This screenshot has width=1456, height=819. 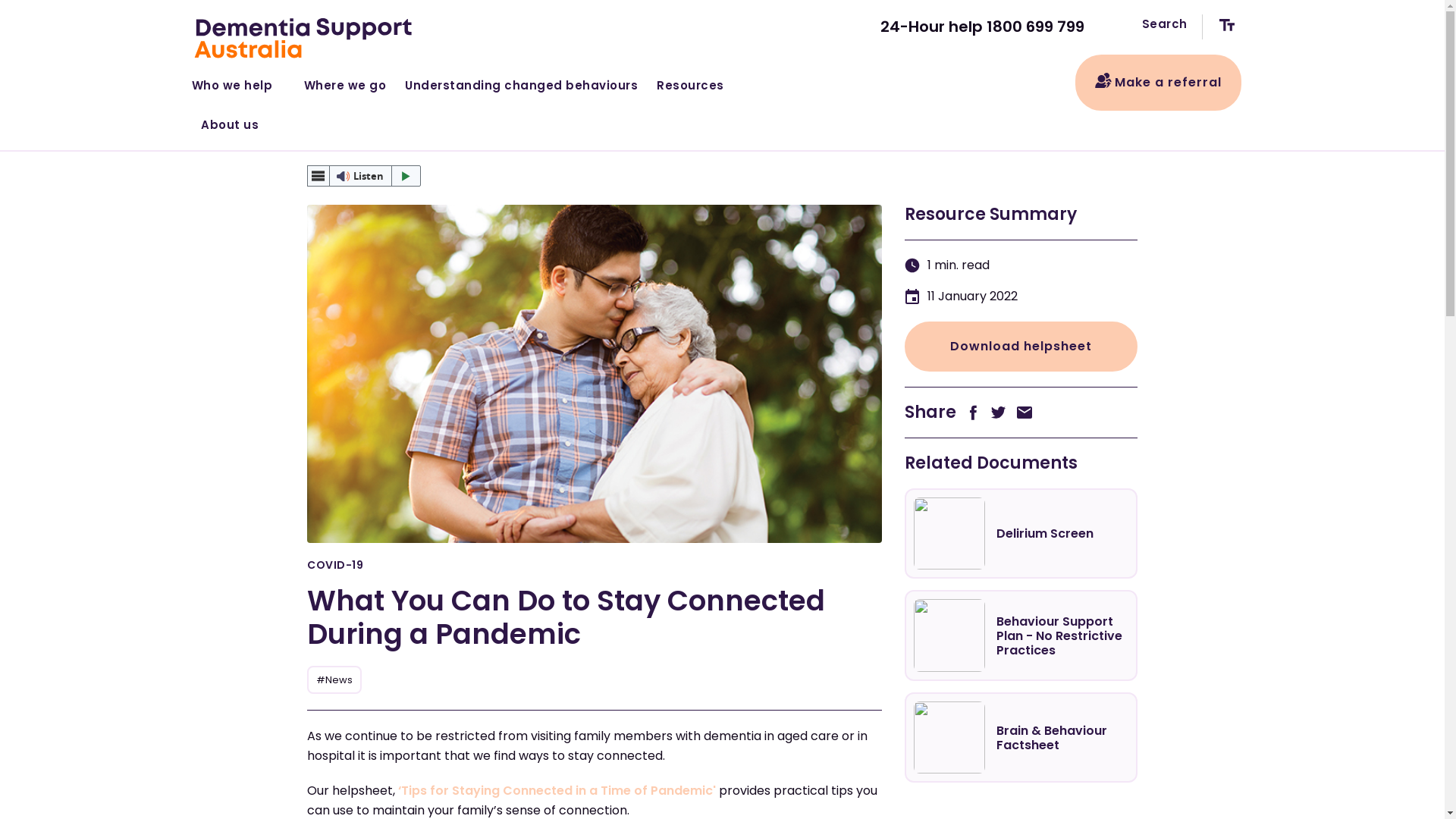 What do you see at coordinates (1020, 346) in the screenshot?
I see `'Download helpsheet'` at bounding box center [1020, 346].